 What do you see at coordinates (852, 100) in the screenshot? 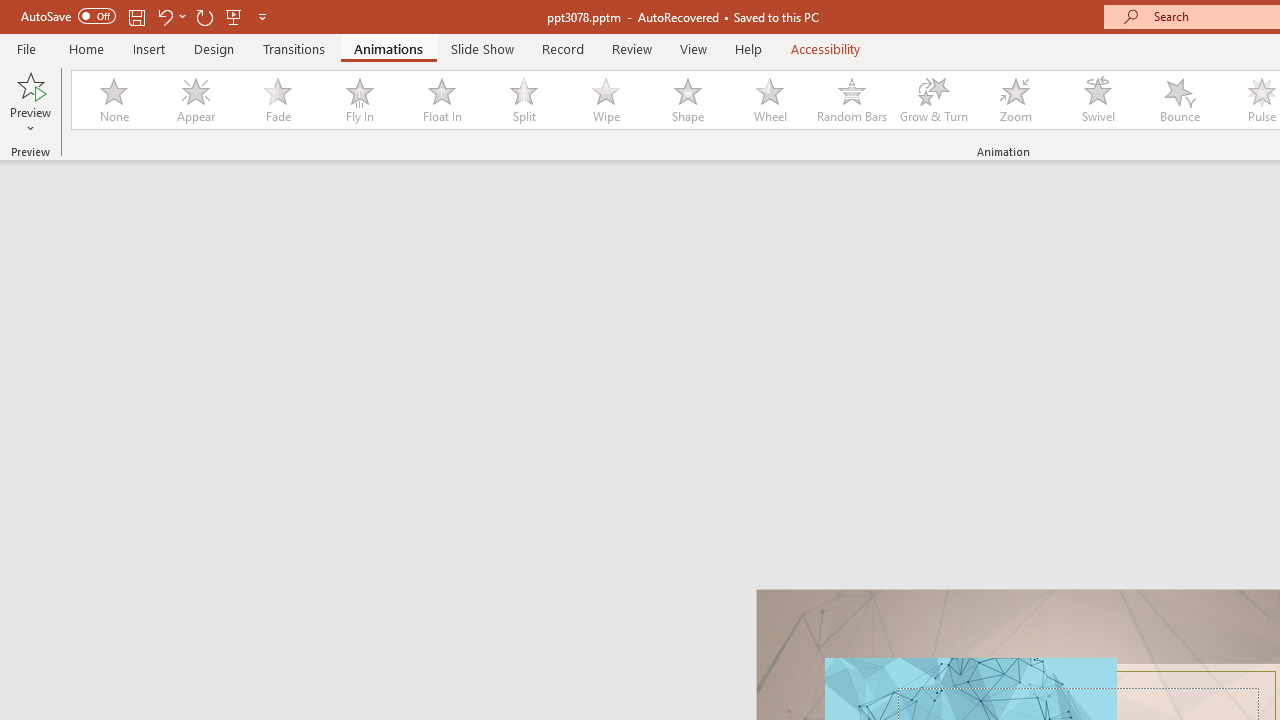
I see `'Random Bars'` at bounding box center [852, 100].